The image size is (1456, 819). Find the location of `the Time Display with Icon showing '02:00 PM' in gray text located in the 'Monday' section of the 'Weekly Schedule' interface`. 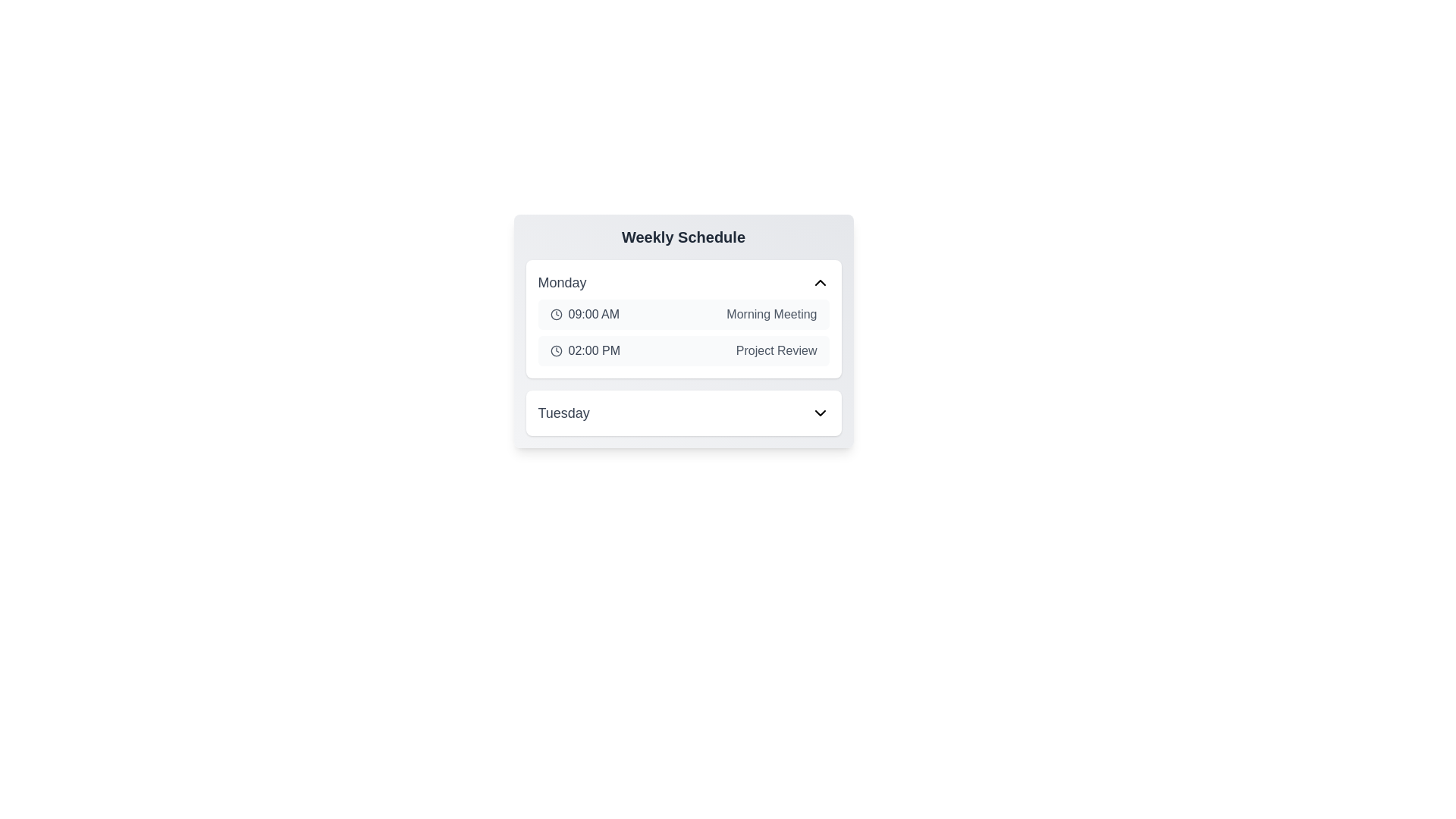

the Time Display with Icon showing '02:00 PM' in gray text located in the 'Monday' section of the 'Weekly Schedule' interface is located at coordinates (584, 350).